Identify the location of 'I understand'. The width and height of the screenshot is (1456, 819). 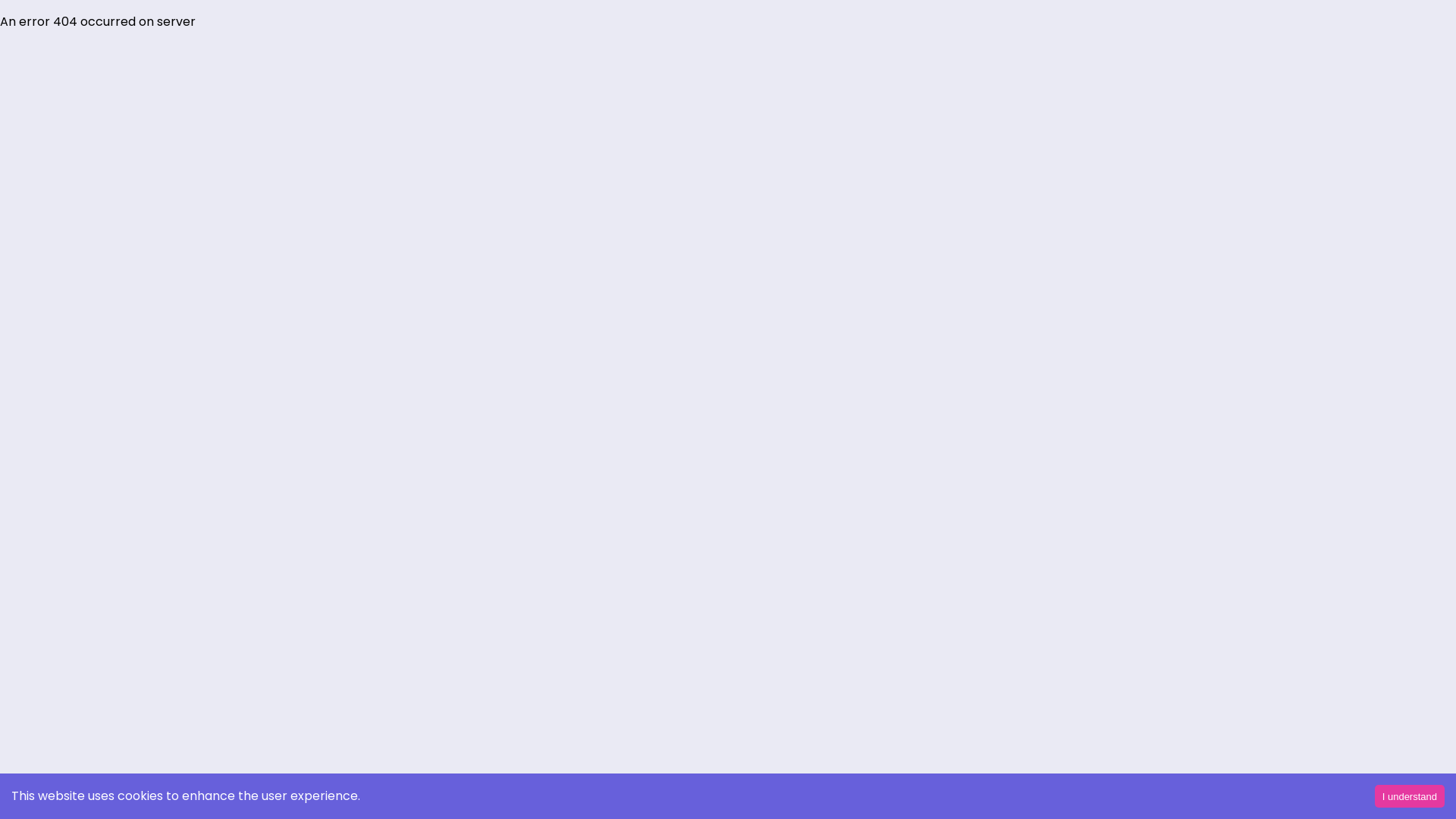
(1408, 795).